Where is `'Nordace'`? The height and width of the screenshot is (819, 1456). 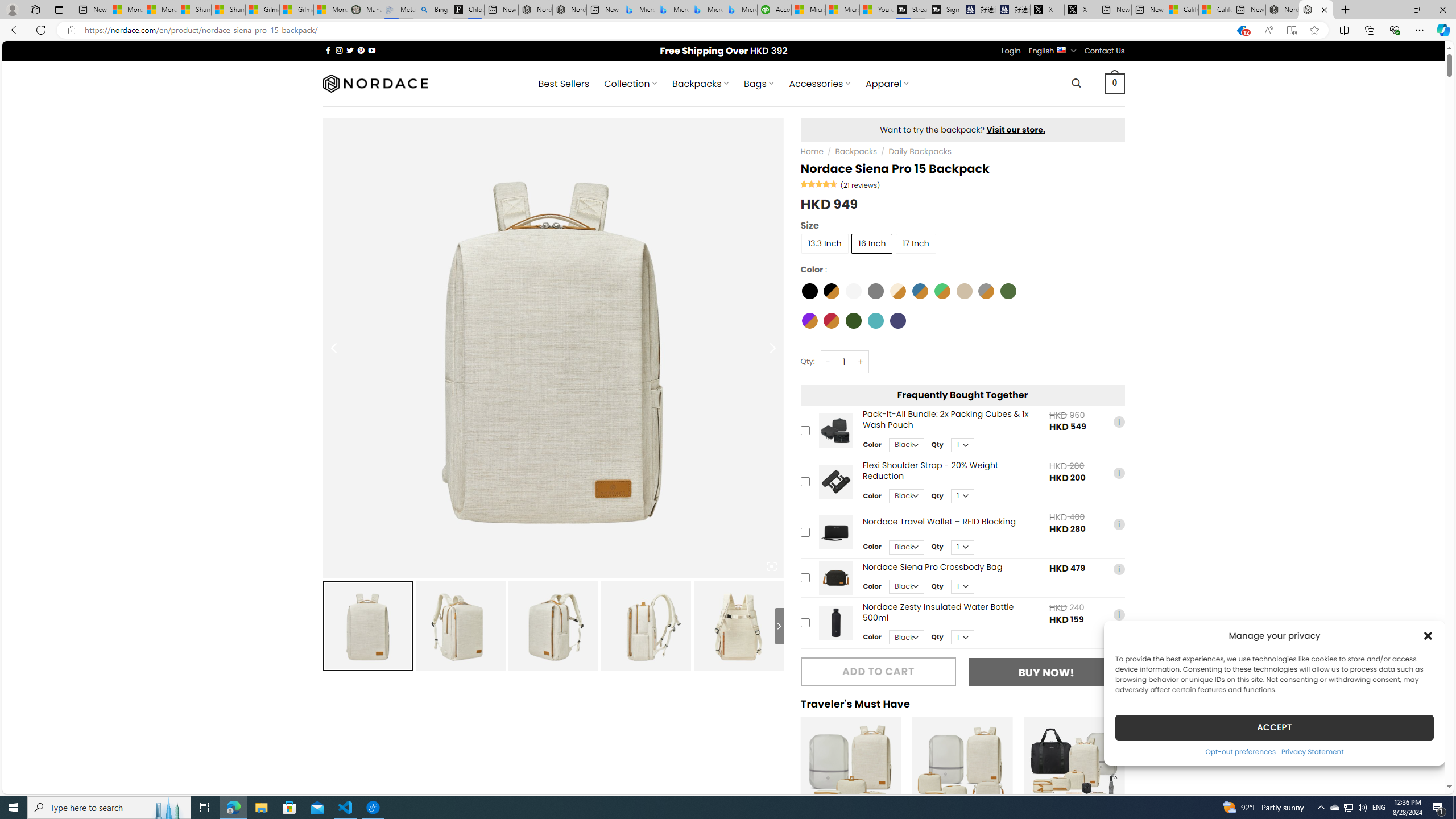 'Nordace' is located at coordinates (375, 82).